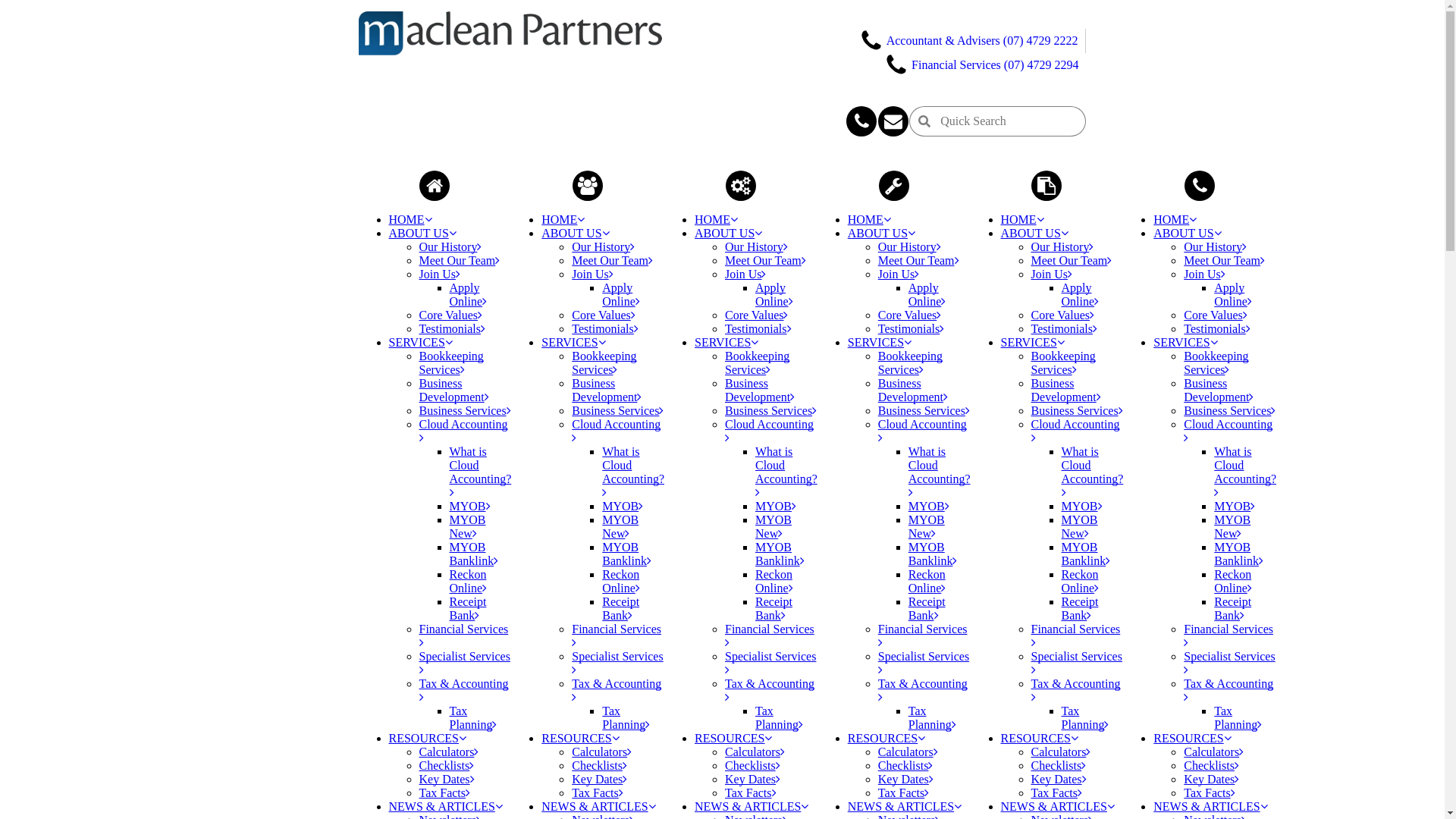  What do you see at coordinates (1062, 314) in the screenshot?
I see `'Core Values'` at bounding box center [1062, 314].